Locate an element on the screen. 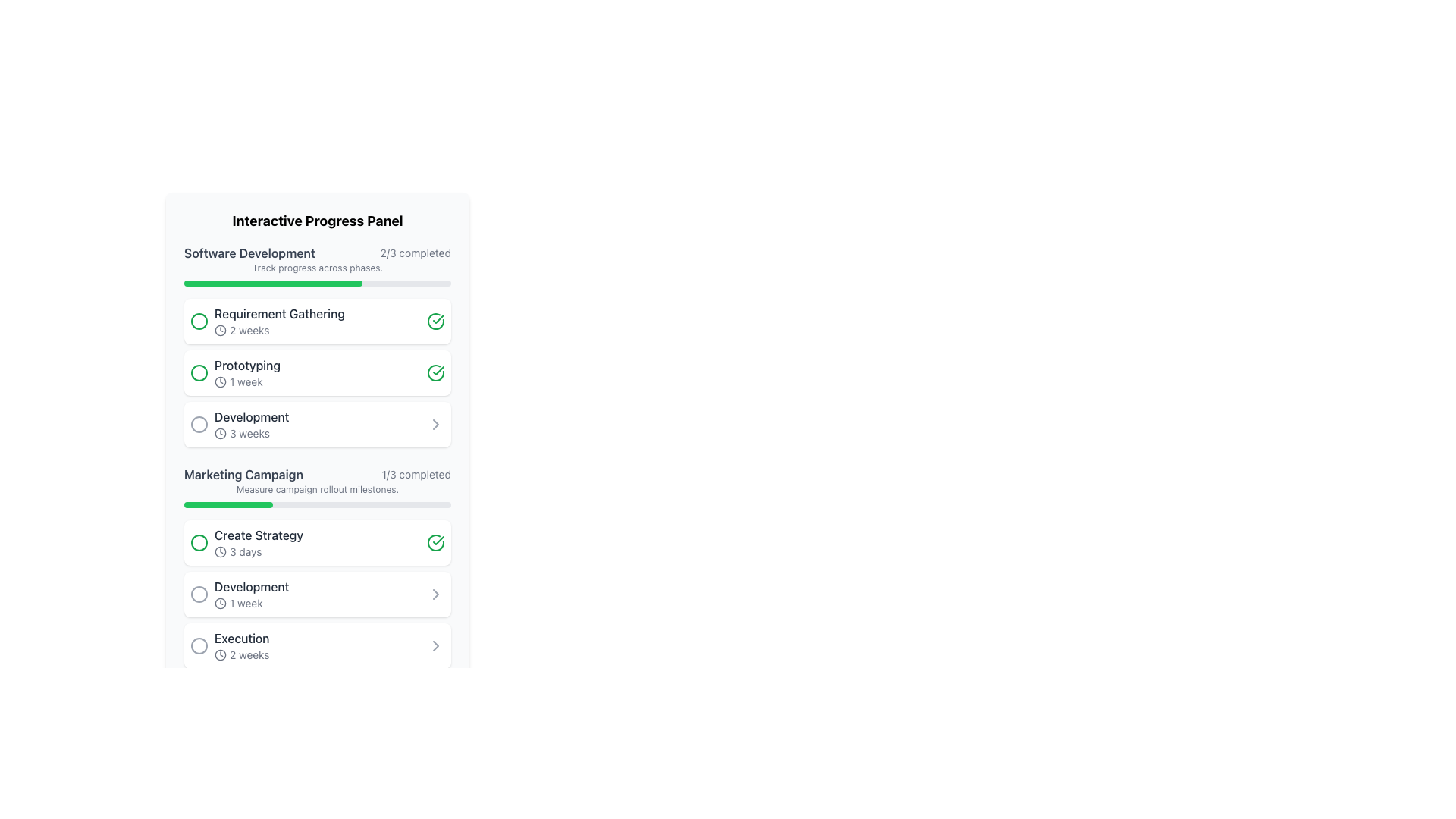 The image size is (1456, 819). the first task item display for 'Requirement Gathering' in the 'Software Development' section of the 'Interactive Progress Panel' is located at coordinates (280, 321).